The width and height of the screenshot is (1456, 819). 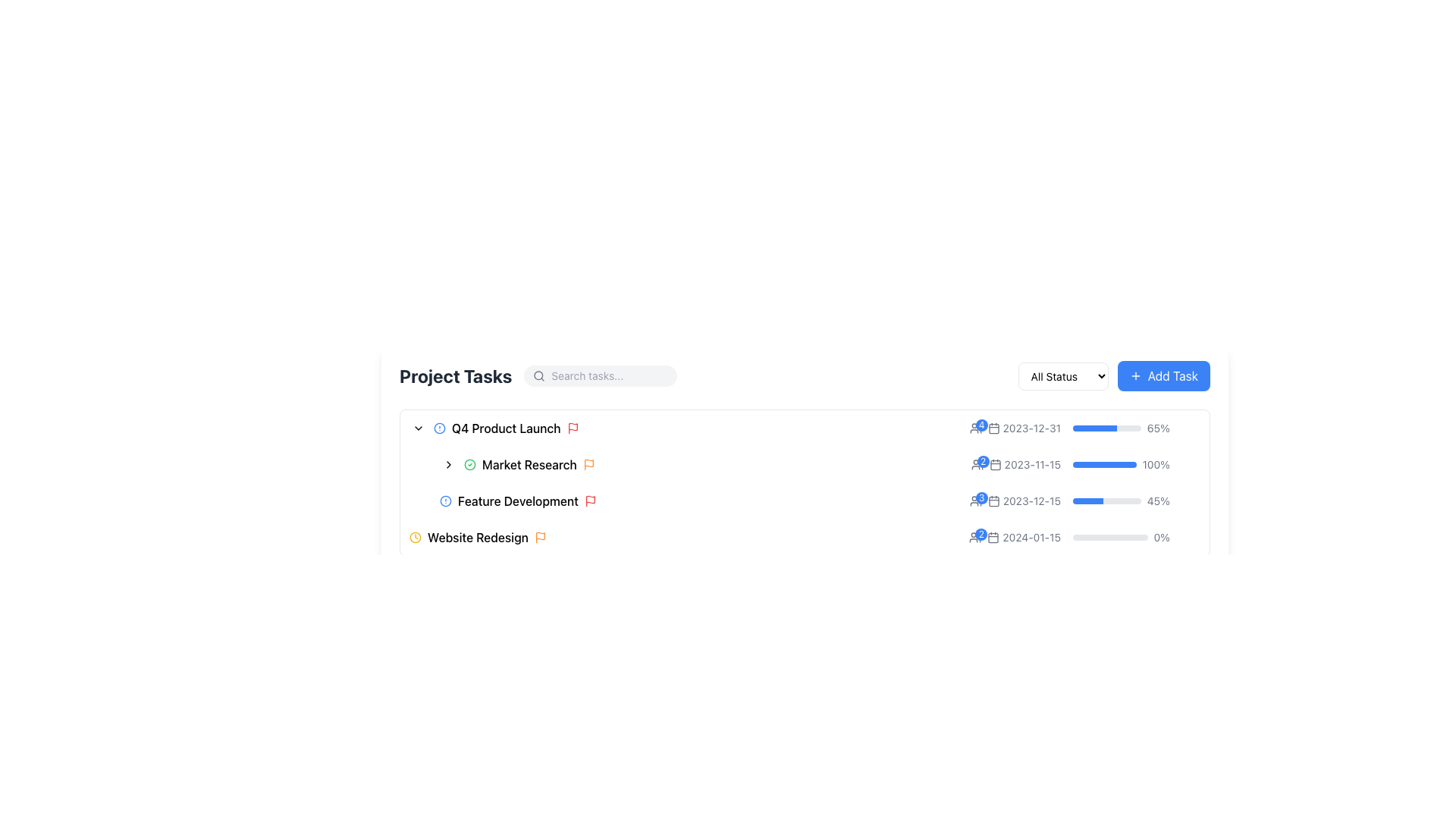 I want to click on the calendar icon located to the immediate left of the date '2023-11-15' in the right panel of the interface, so click(x=995, y=464).